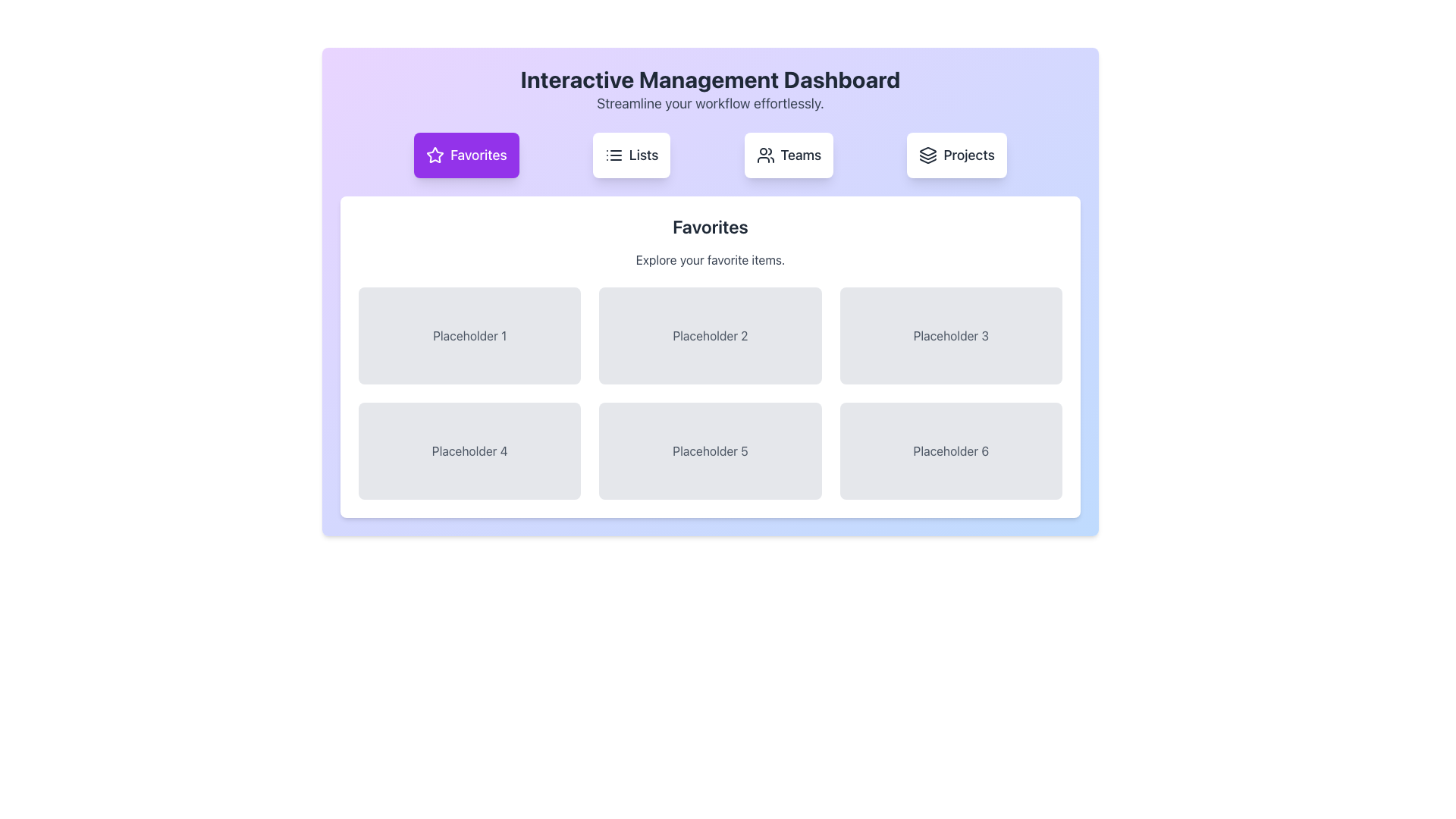 Image resolution: width=1456 pixels, height=819 pixels. I want to click on the text label displaying 'Interactive Management Dashboard' which is styled in bold, large font and located at the top center of the interface, so click(709, 79).